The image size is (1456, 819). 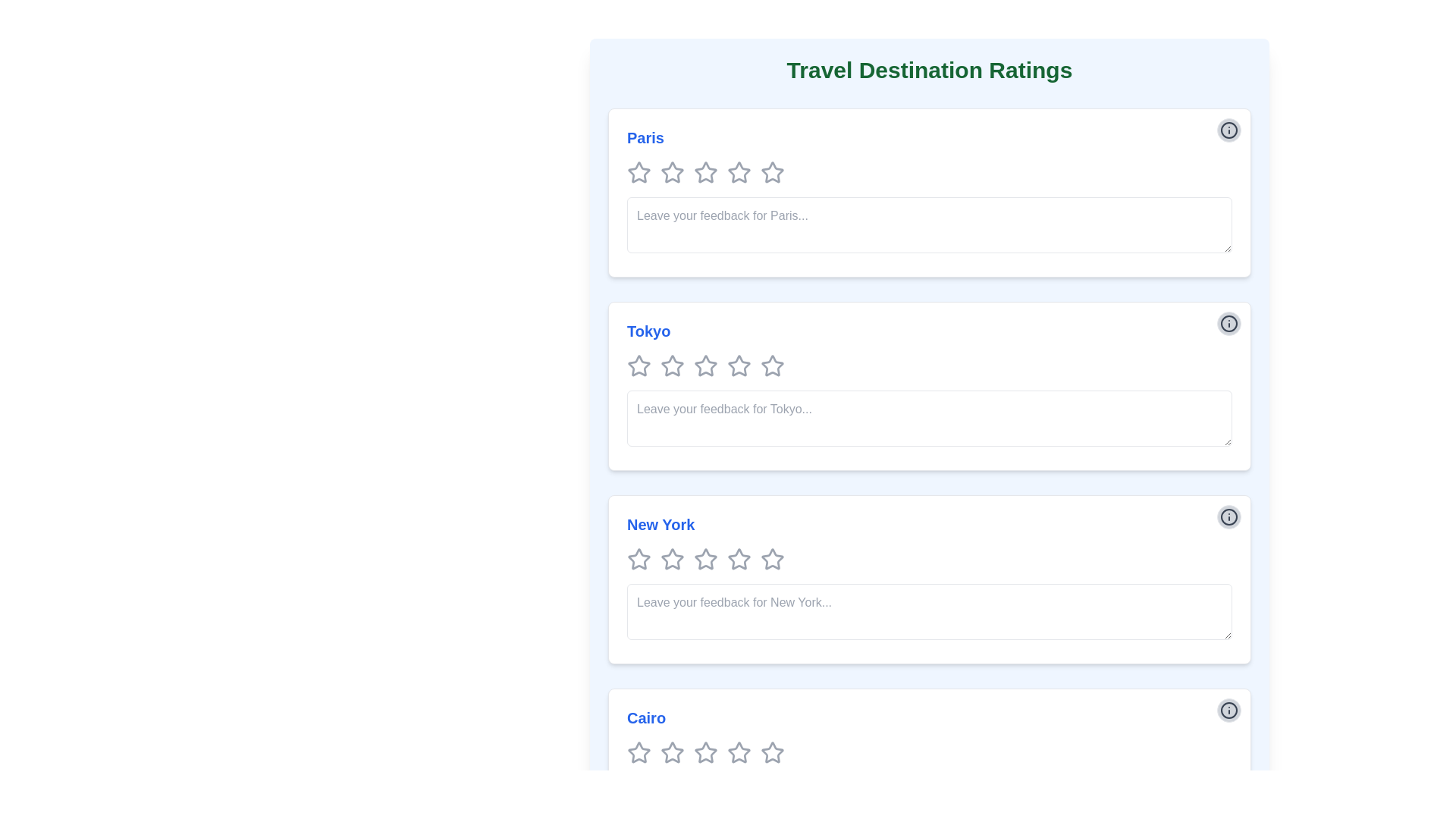 What do you see at coordinates (771, 752) in the screenshot?
I see `the fourth star-shaped icon with a gray outline in the Travel Destination Ratings section` at bounding box center [771, 752].